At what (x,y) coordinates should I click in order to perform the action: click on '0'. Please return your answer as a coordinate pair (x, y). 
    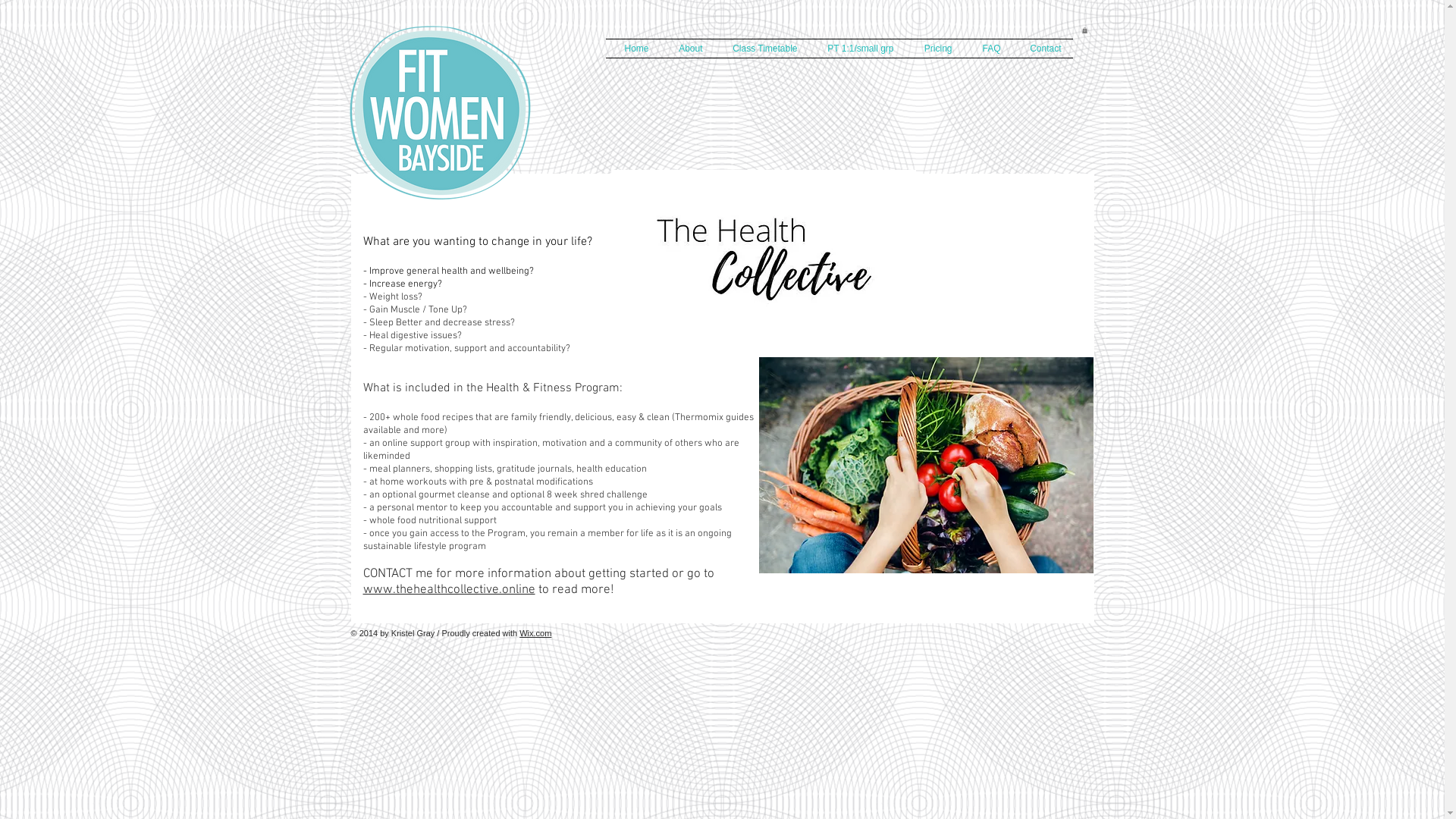
    Looking at the image, I should click on (1083, 30).